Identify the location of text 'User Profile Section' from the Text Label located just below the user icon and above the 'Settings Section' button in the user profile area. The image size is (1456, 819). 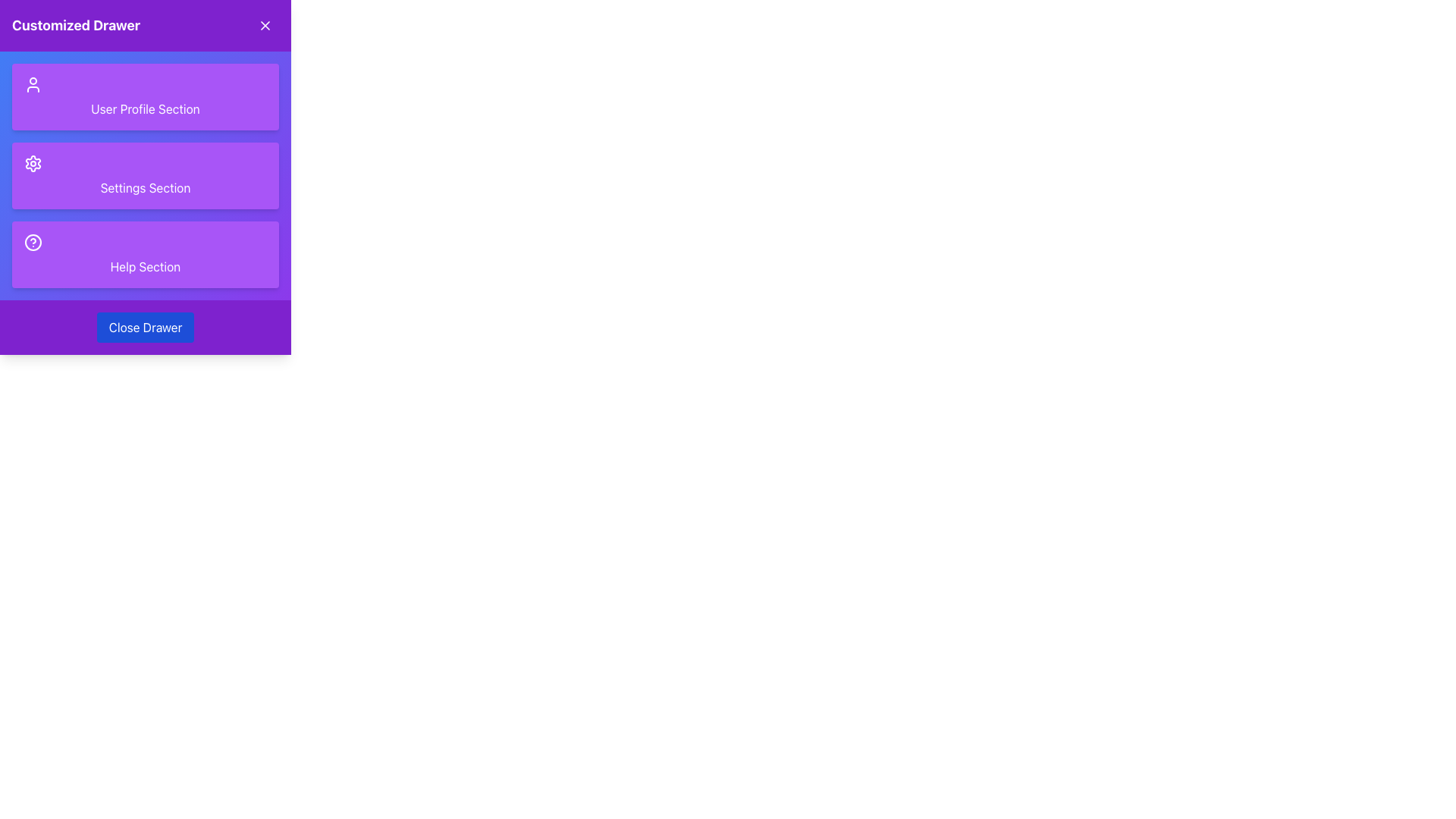
(146, 108).